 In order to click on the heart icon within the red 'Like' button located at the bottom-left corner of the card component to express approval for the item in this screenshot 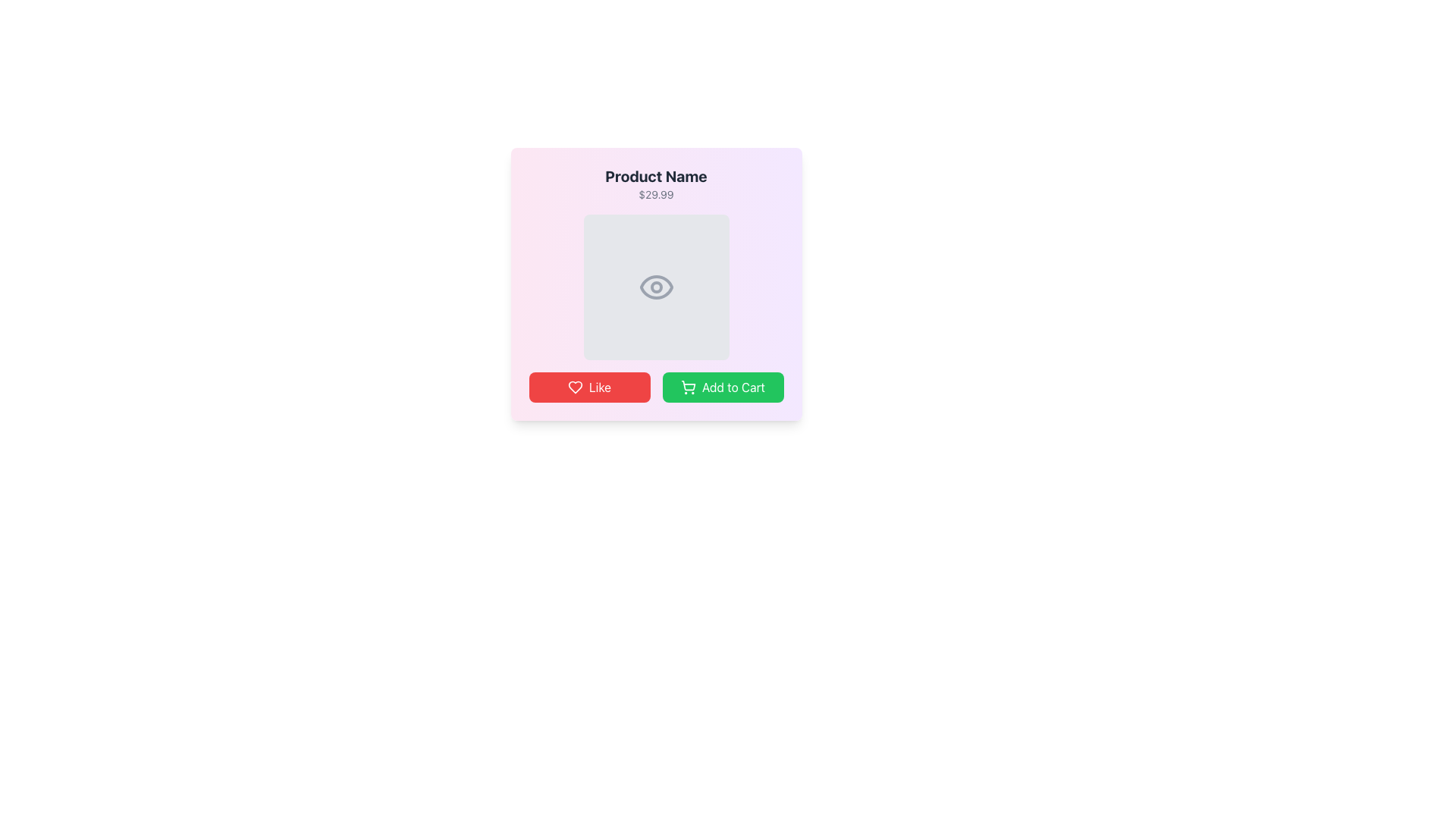, I will do `click(574, 386)`.